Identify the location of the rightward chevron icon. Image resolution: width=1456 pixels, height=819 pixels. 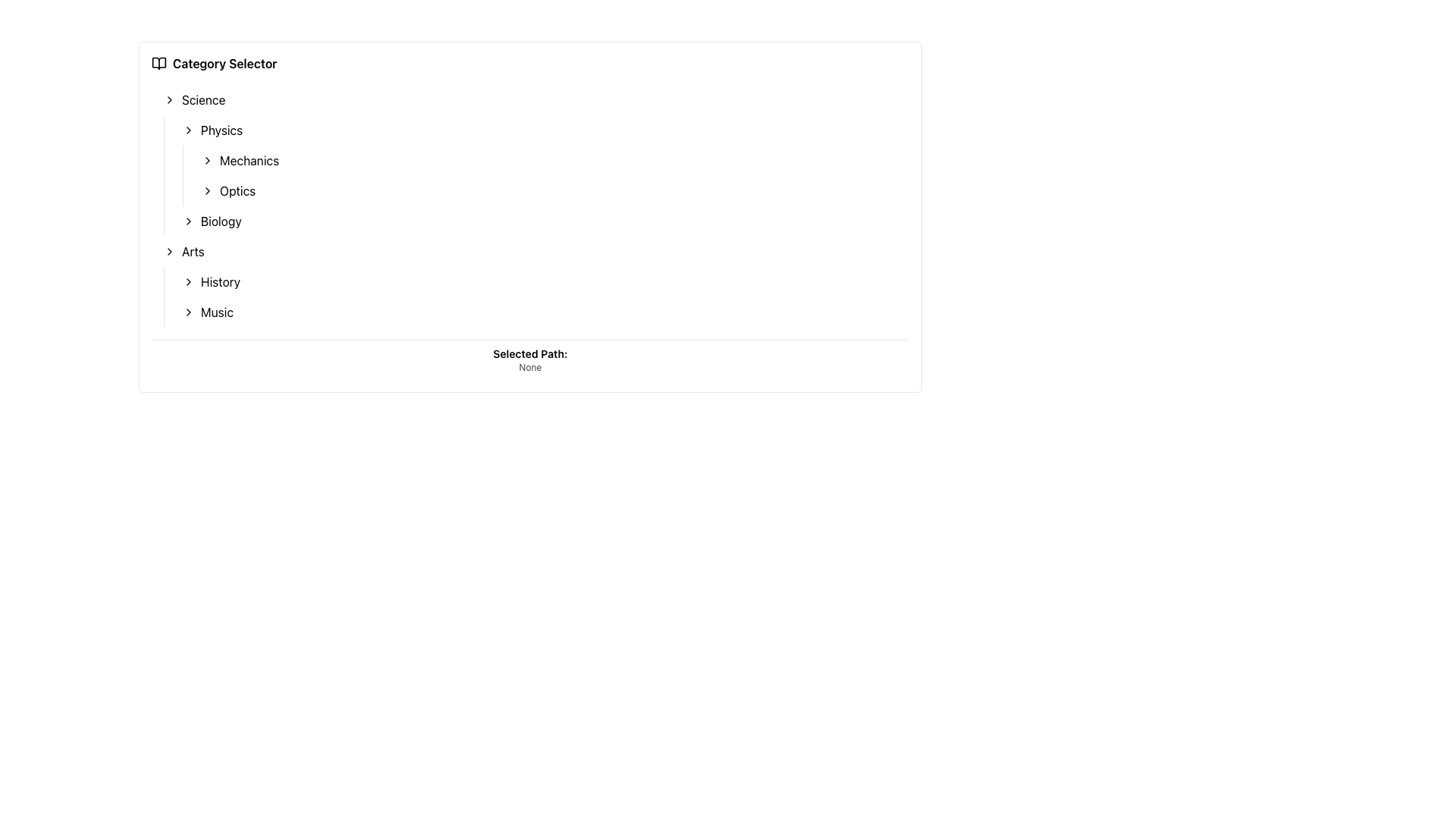
(170, 250).